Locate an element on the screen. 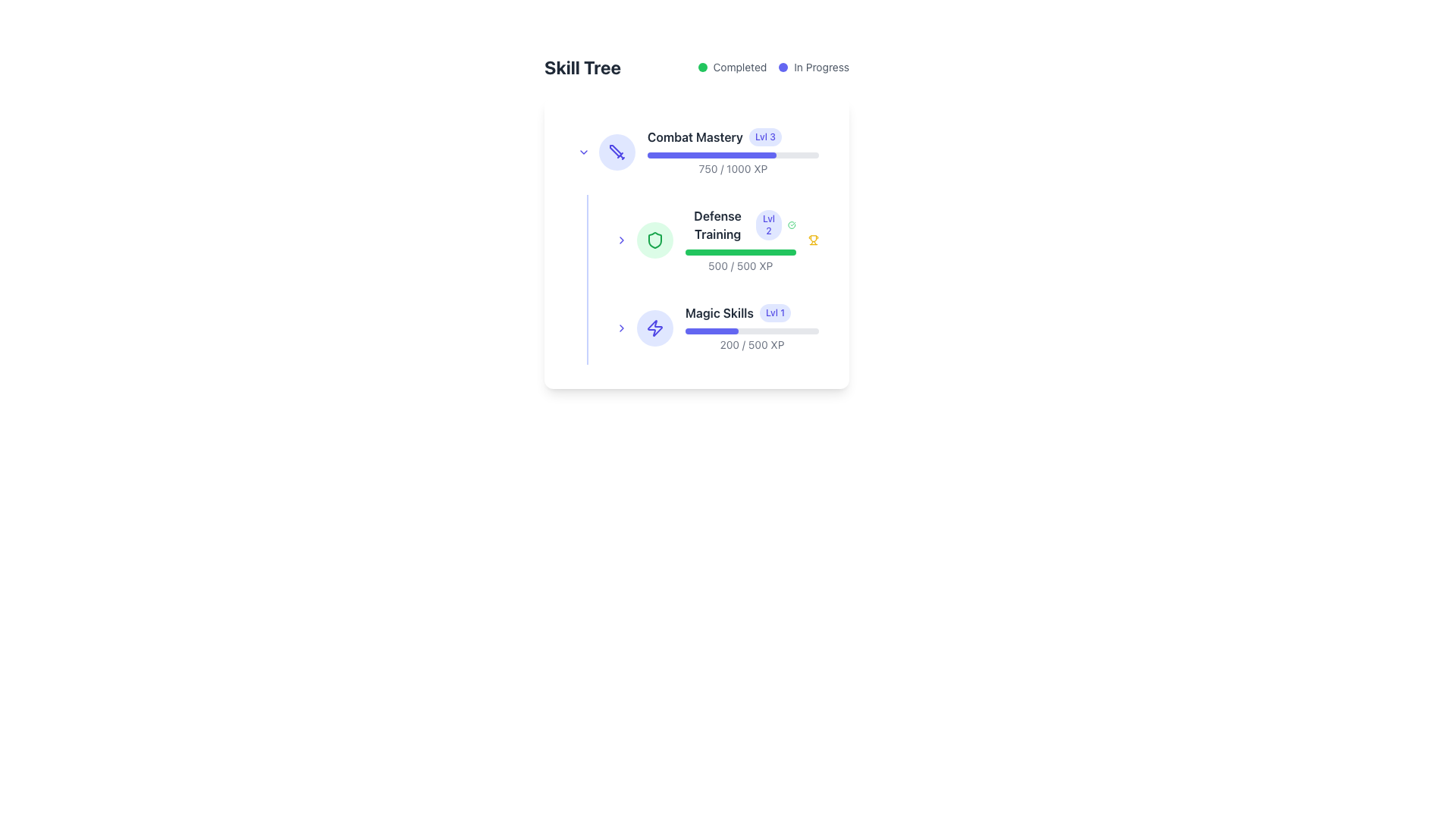 Image resolution: width=1456 pixels, height=819 pixels. the progress bar indicating the percentage of experience gained in the 'Defense Training' skill, located below the title 'Defense Training' and above '500 / 500 XP' is located at coordinates (740, 251).